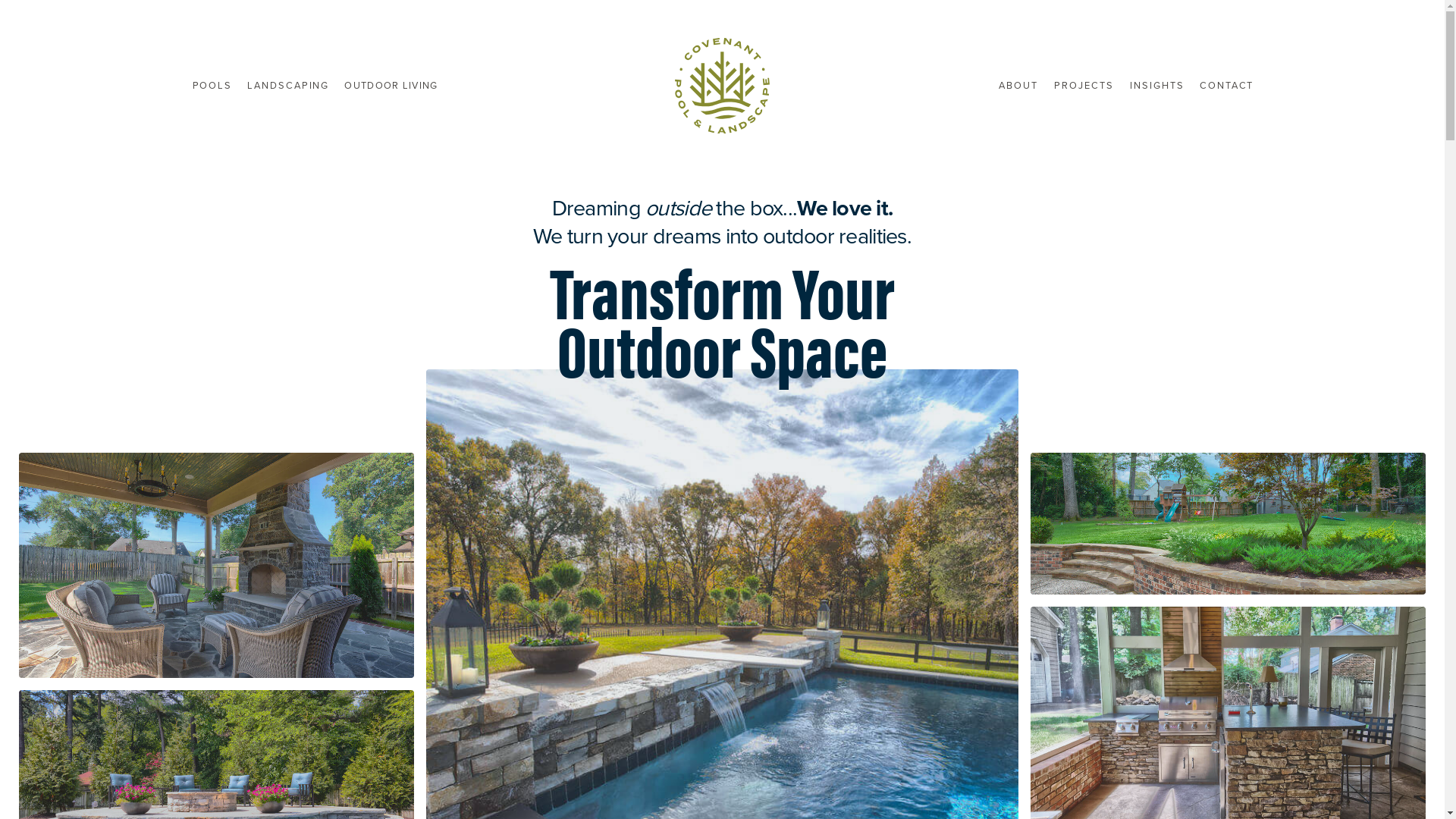 The height and width of the screenshot is (819, 1456). What do you see at coordinates (1018, 86) in the screenshot?
I see `'ABOUT'` at bounding box center [1018, 86].